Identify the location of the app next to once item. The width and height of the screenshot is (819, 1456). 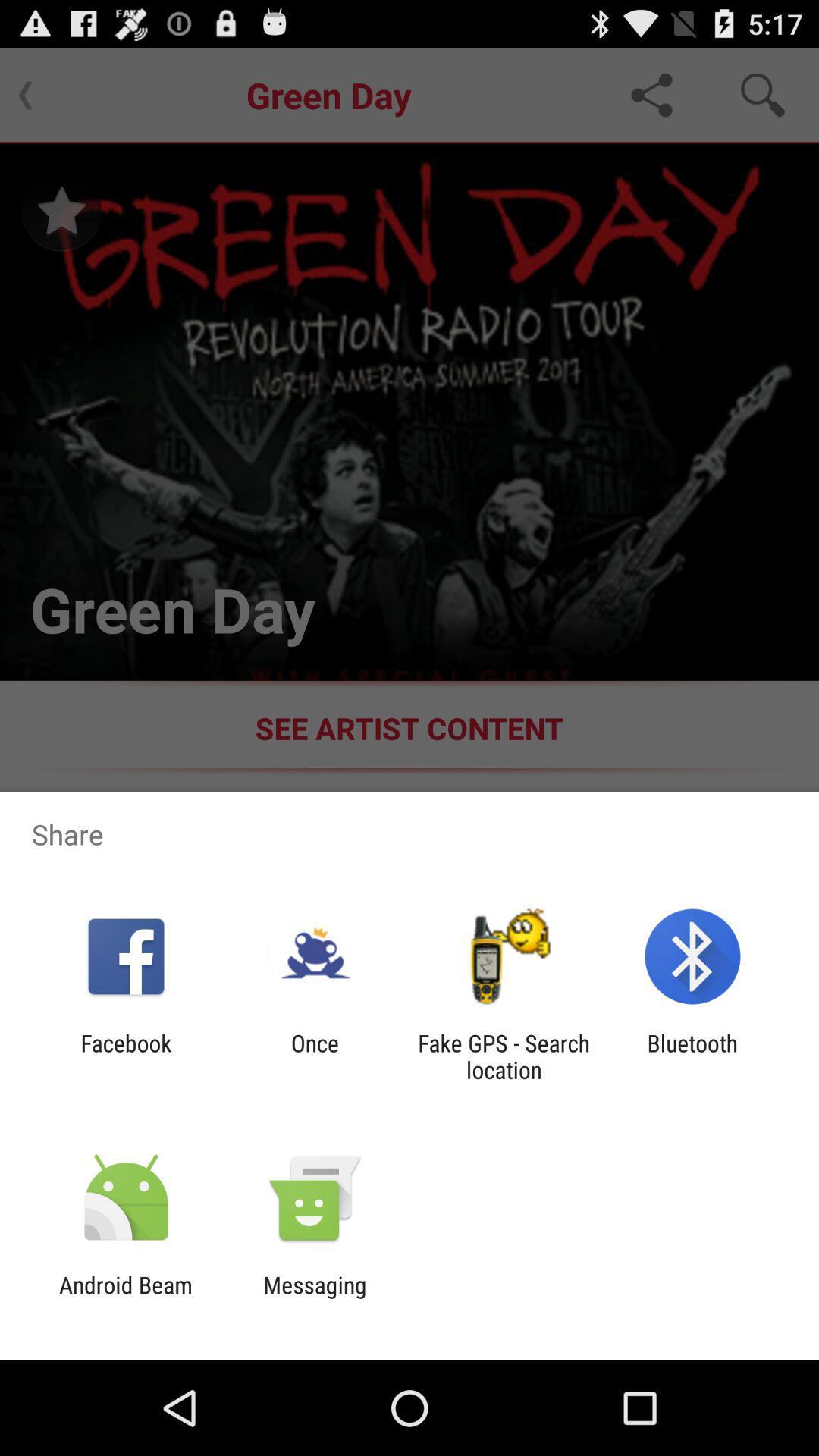
(125, 1056).